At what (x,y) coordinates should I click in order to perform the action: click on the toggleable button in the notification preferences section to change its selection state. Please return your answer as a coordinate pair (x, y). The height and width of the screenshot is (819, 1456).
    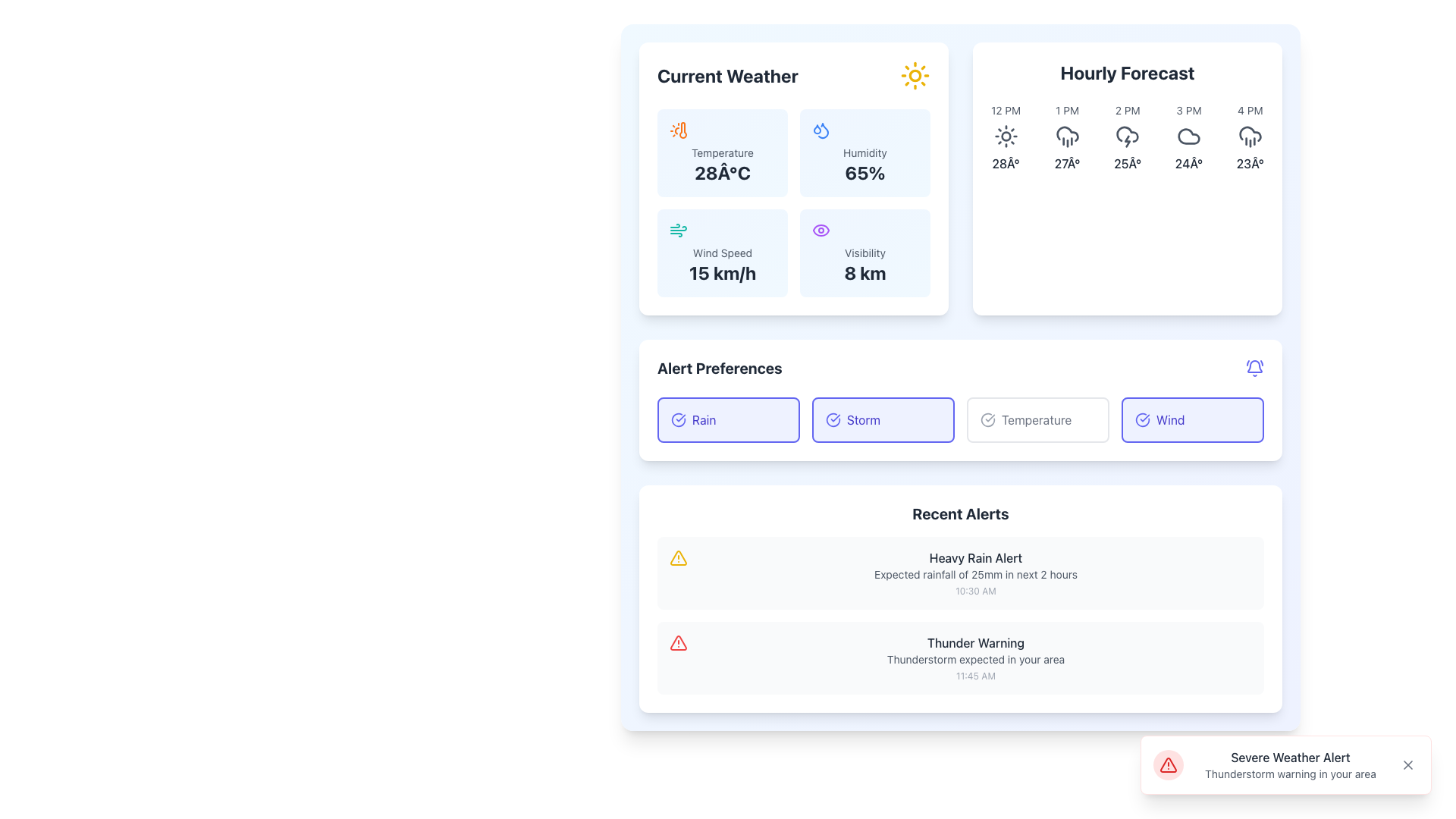
    Looking at the image, I should click on (960, 400).